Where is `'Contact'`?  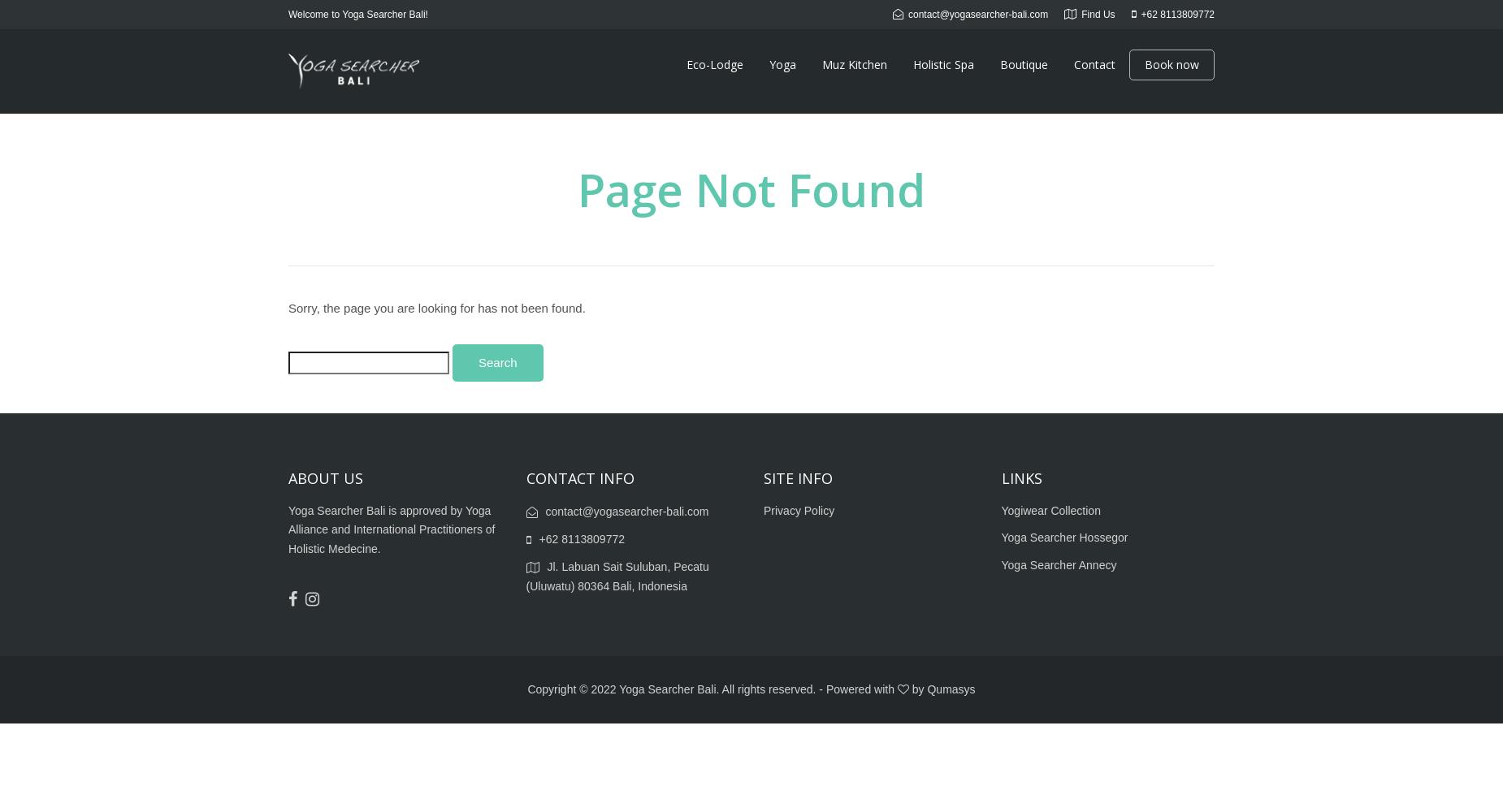 'Contact' is located at coordinates (1094, 63).